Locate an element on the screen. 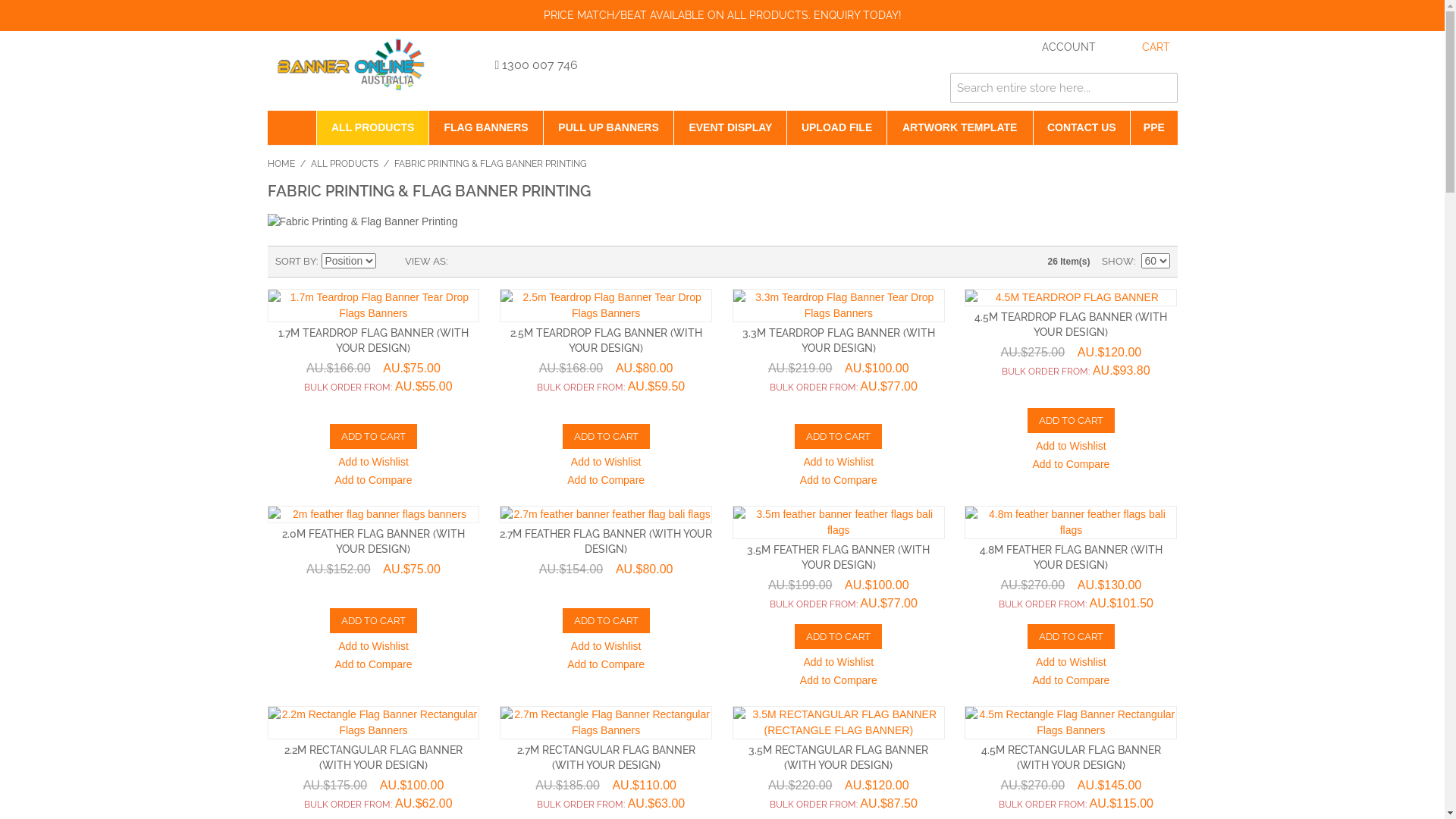  'Add to Compare' is located at coordinates (374, 482).